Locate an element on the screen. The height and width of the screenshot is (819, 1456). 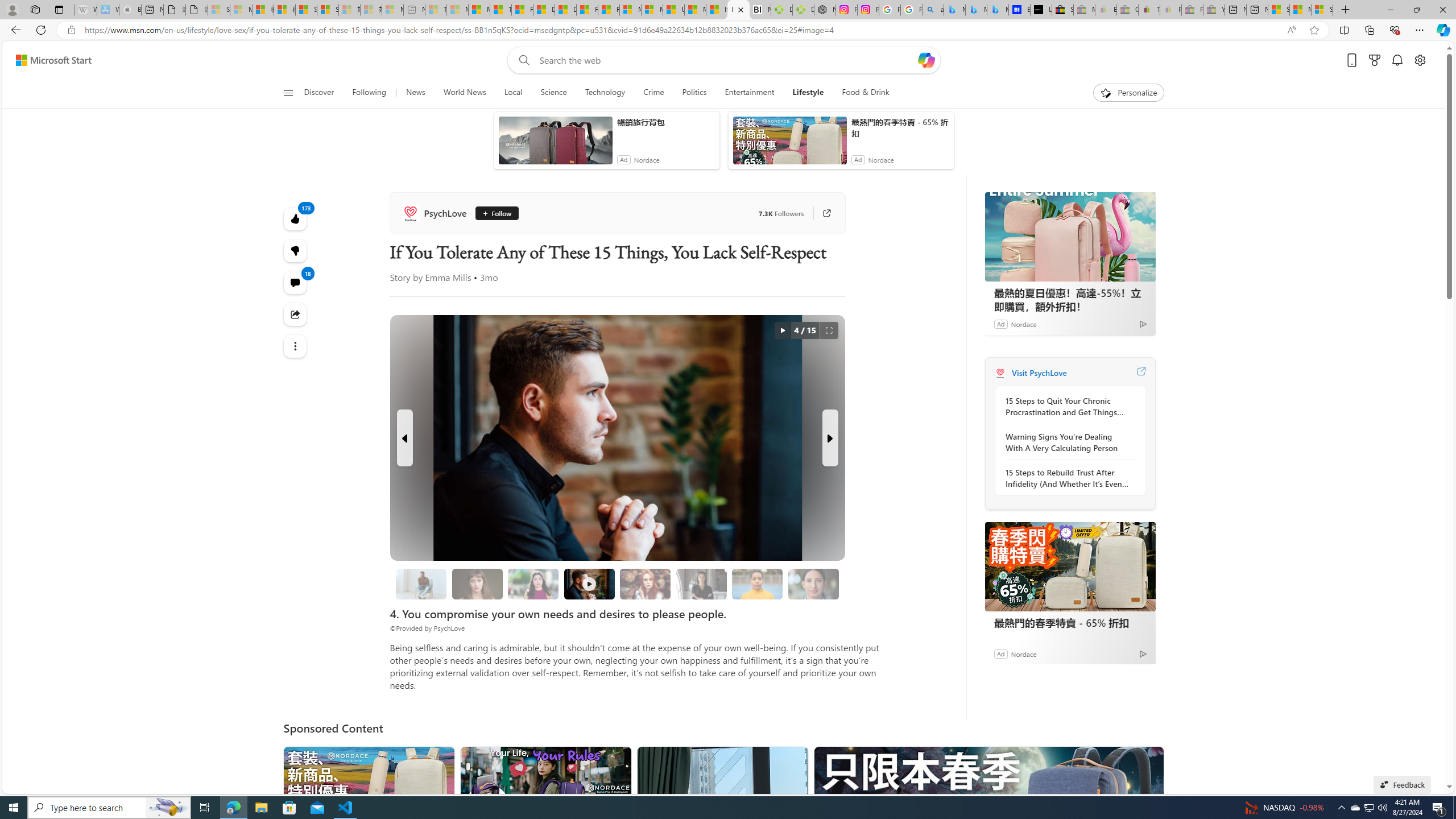
'Nordace - Nordace Edin Collection' is located at coordinates (825, 9).